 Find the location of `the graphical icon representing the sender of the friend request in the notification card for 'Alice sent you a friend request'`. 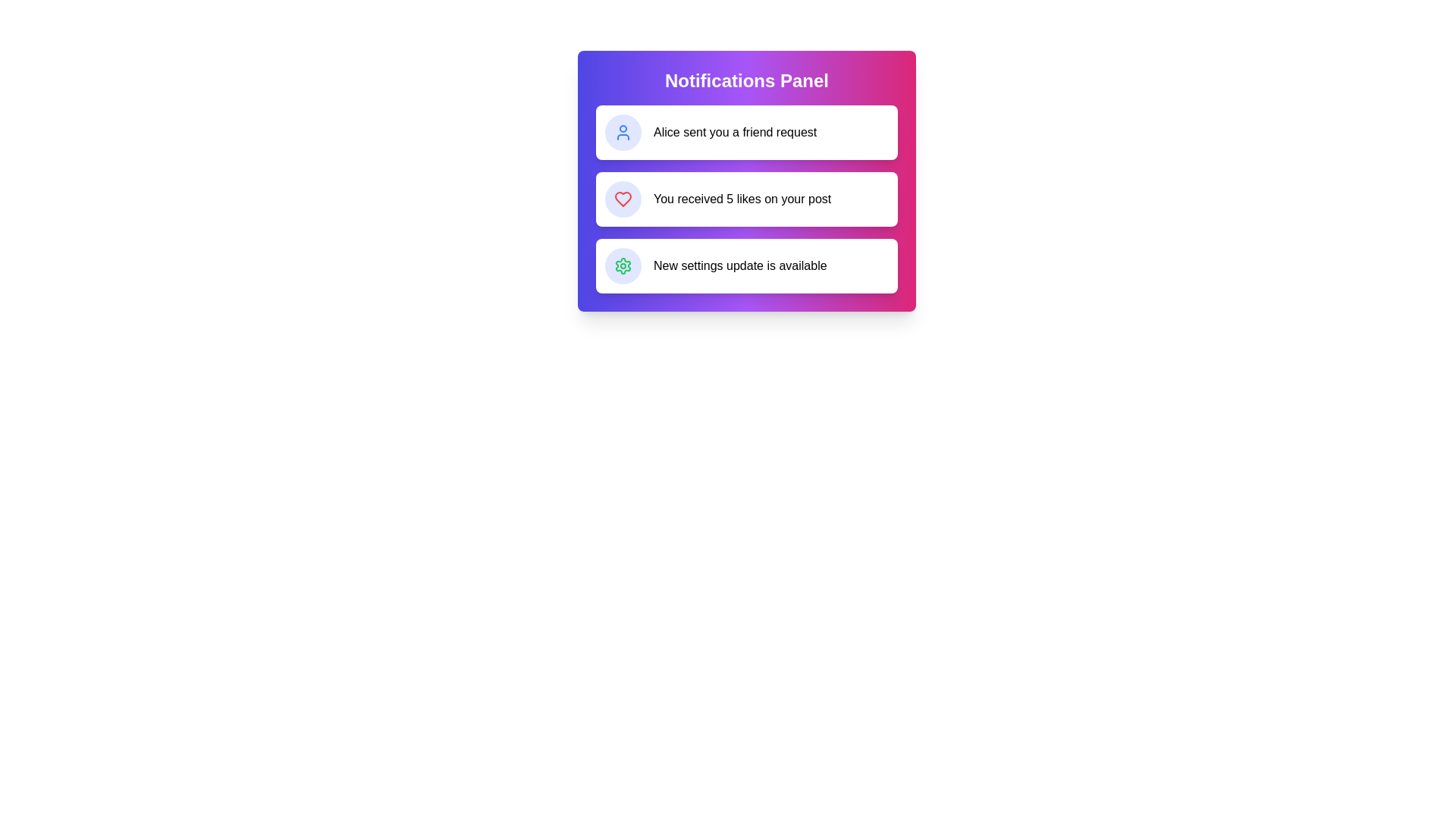

the graphical icon representing the sender of the friend request in the notification card for 'Alice sent you a friend request' is located at coordinates (623, 131).